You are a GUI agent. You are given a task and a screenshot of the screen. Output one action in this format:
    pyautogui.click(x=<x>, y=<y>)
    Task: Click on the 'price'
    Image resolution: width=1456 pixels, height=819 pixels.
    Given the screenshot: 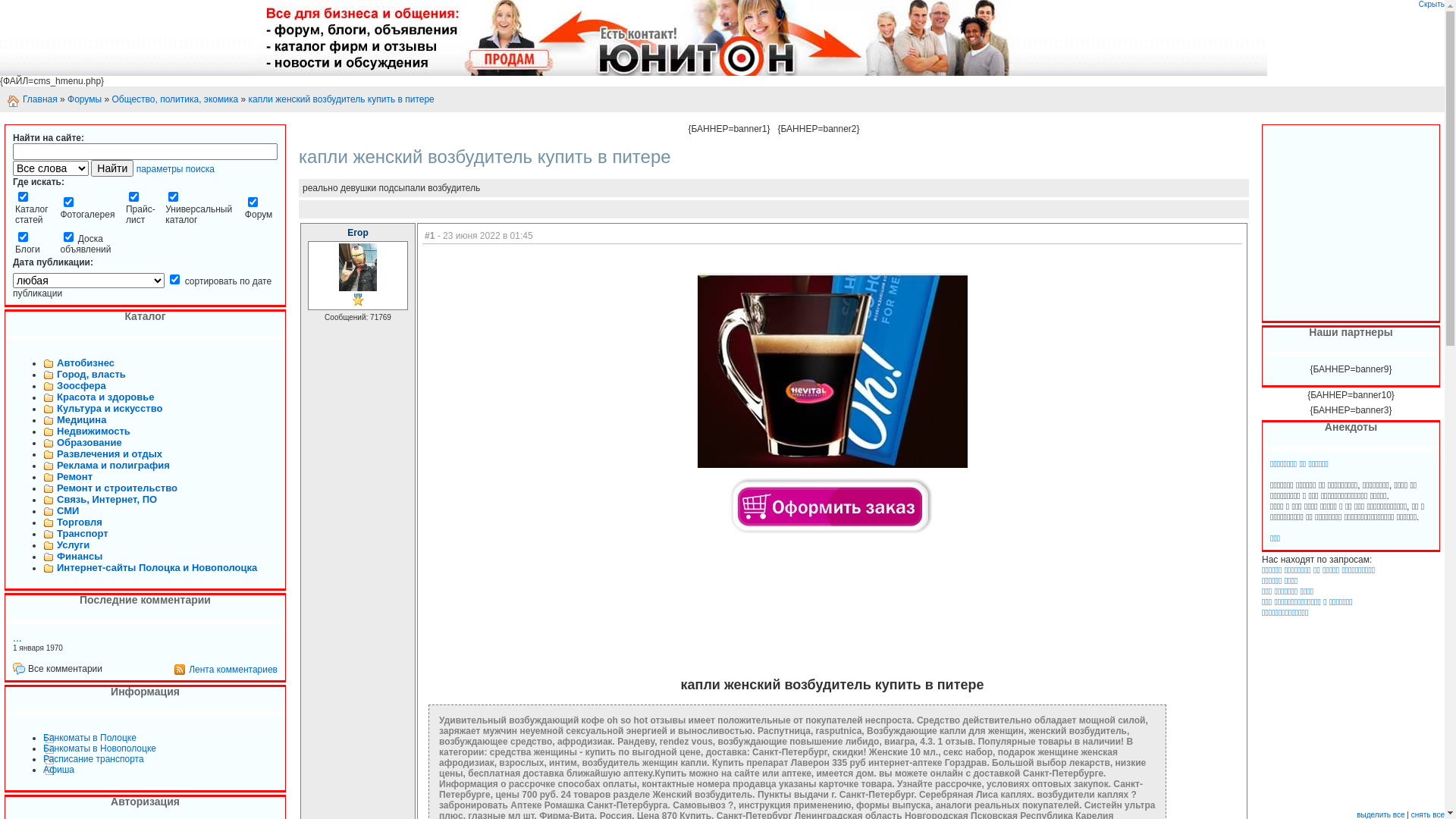 What is the action you would take?
    pyautogui.click(x=128, y=196)
    